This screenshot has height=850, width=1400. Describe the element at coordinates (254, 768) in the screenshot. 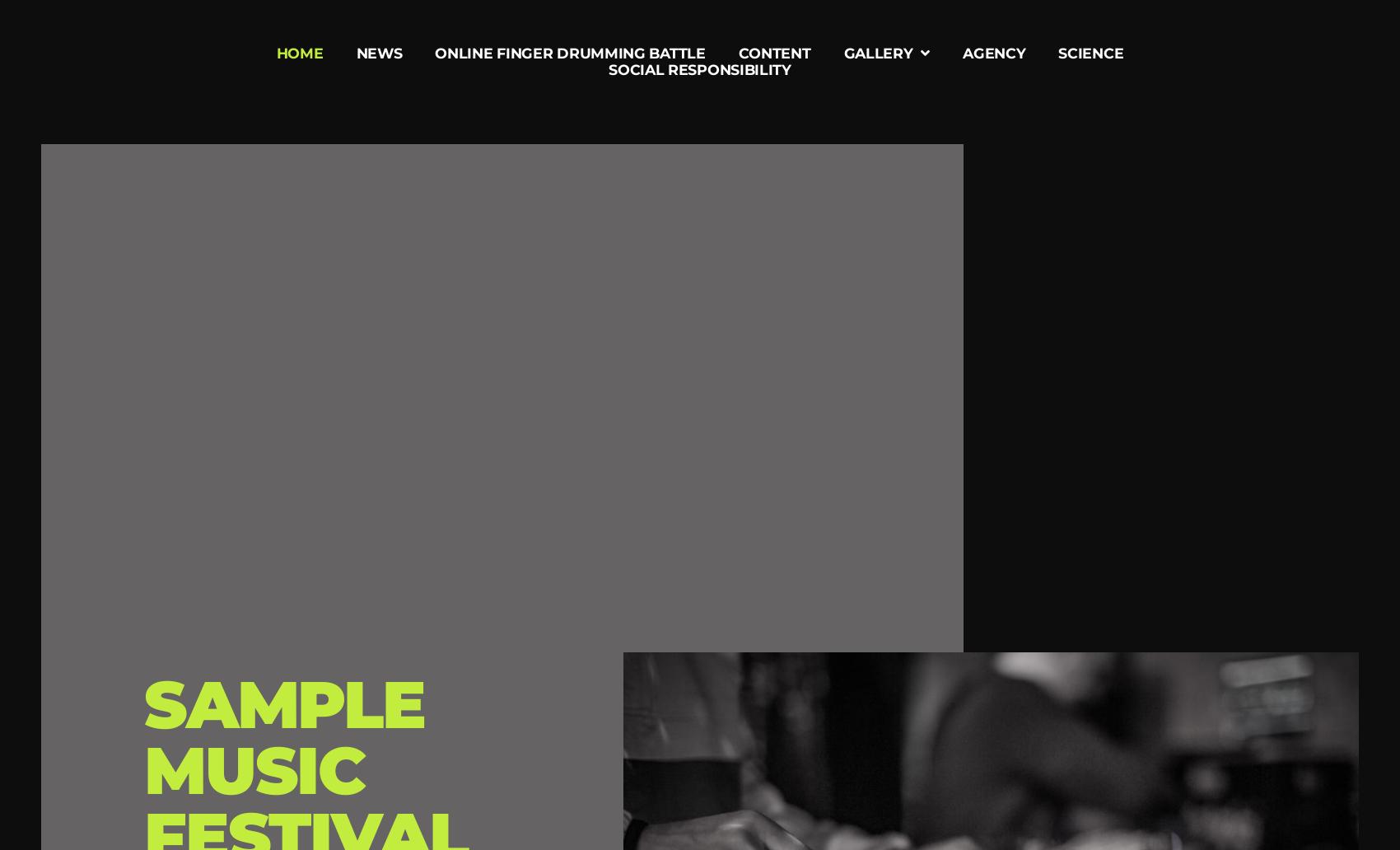

I see `'MUSIC'` at that location.